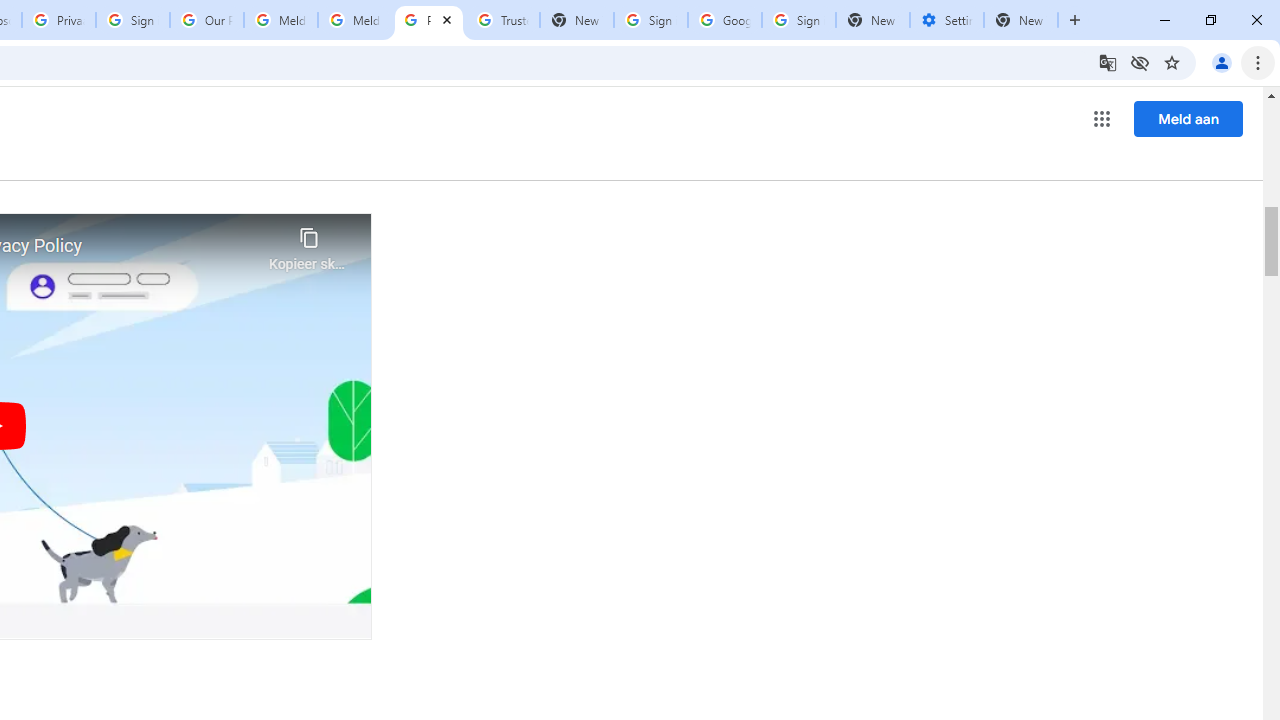  Describe the element at coordinates (1106, 61) in the screenshot. I see `'Translate this page'` at that location.